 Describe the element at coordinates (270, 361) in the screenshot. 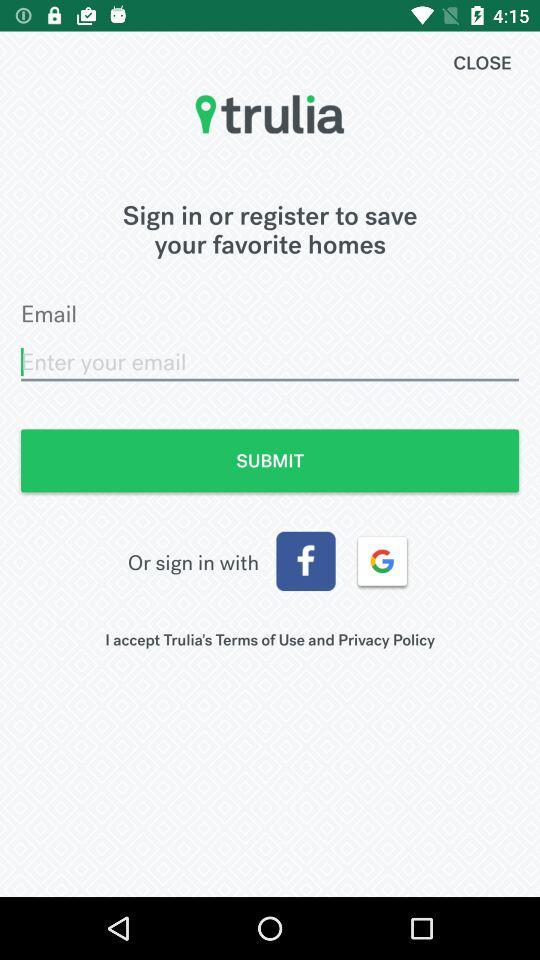

I see `the item above submit item` at that location.